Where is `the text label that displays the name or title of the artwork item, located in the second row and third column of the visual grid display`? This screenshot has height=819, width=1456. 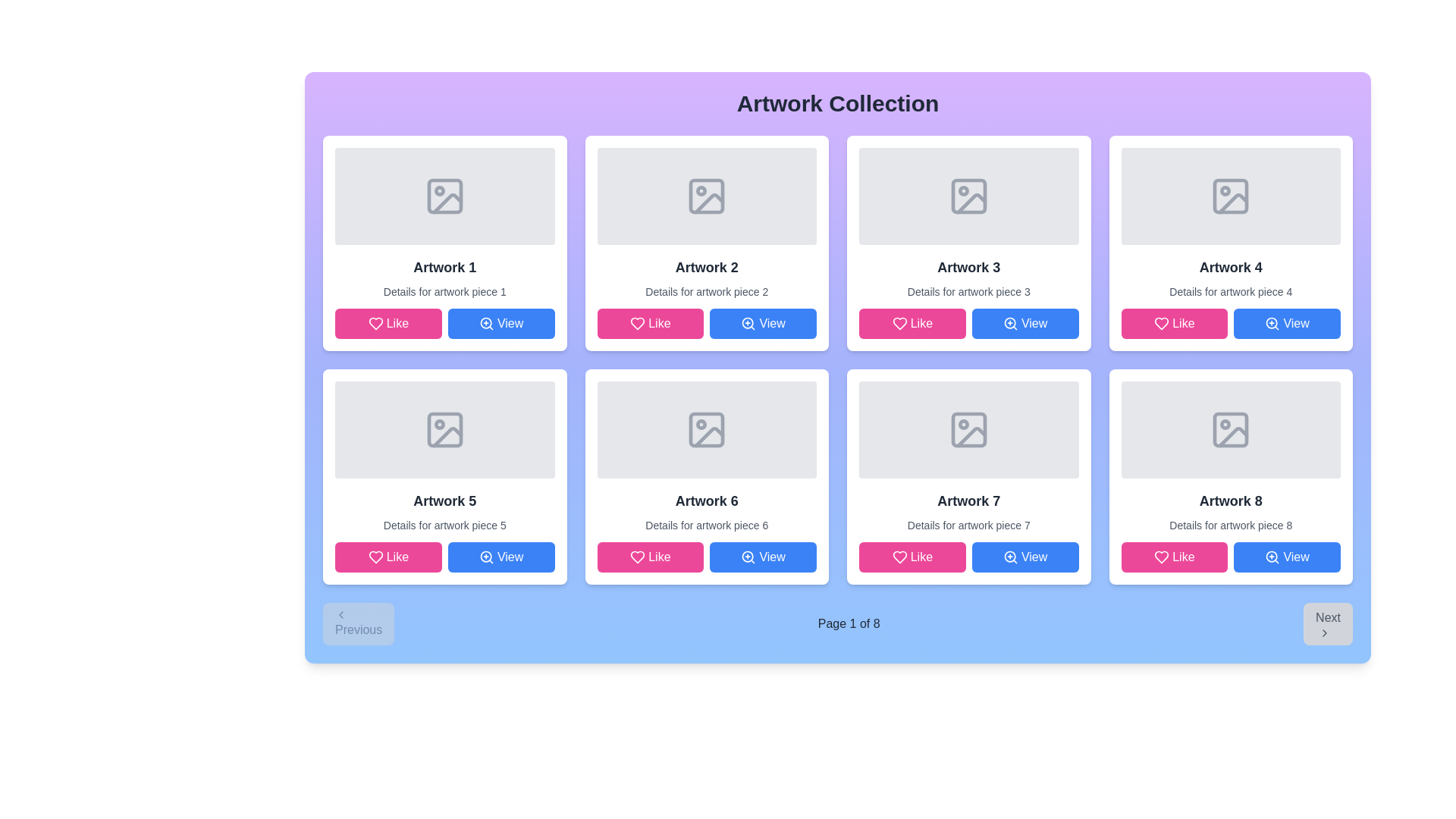 the text label that displays the name or title of the artwork item, located in the second row and third column of the visual grid display is located at coordinates (706, 500).